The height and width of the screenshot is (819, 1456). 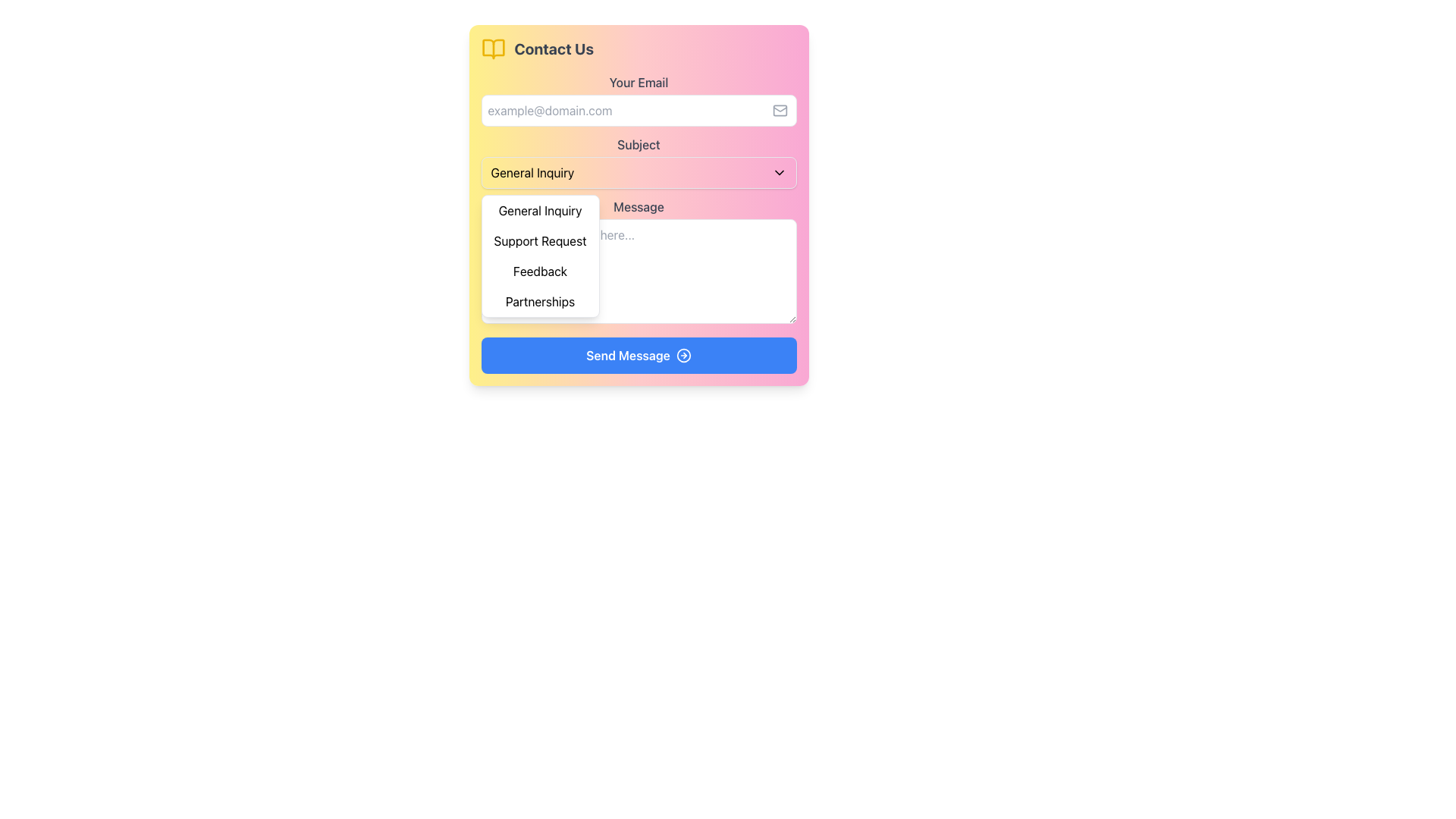 What do you see at coordinates (553, 49) in the screenshot?
I see `the static text label that serves as a title for the form, positioned to the right of an open book icon` at bounding box center [553, 49].